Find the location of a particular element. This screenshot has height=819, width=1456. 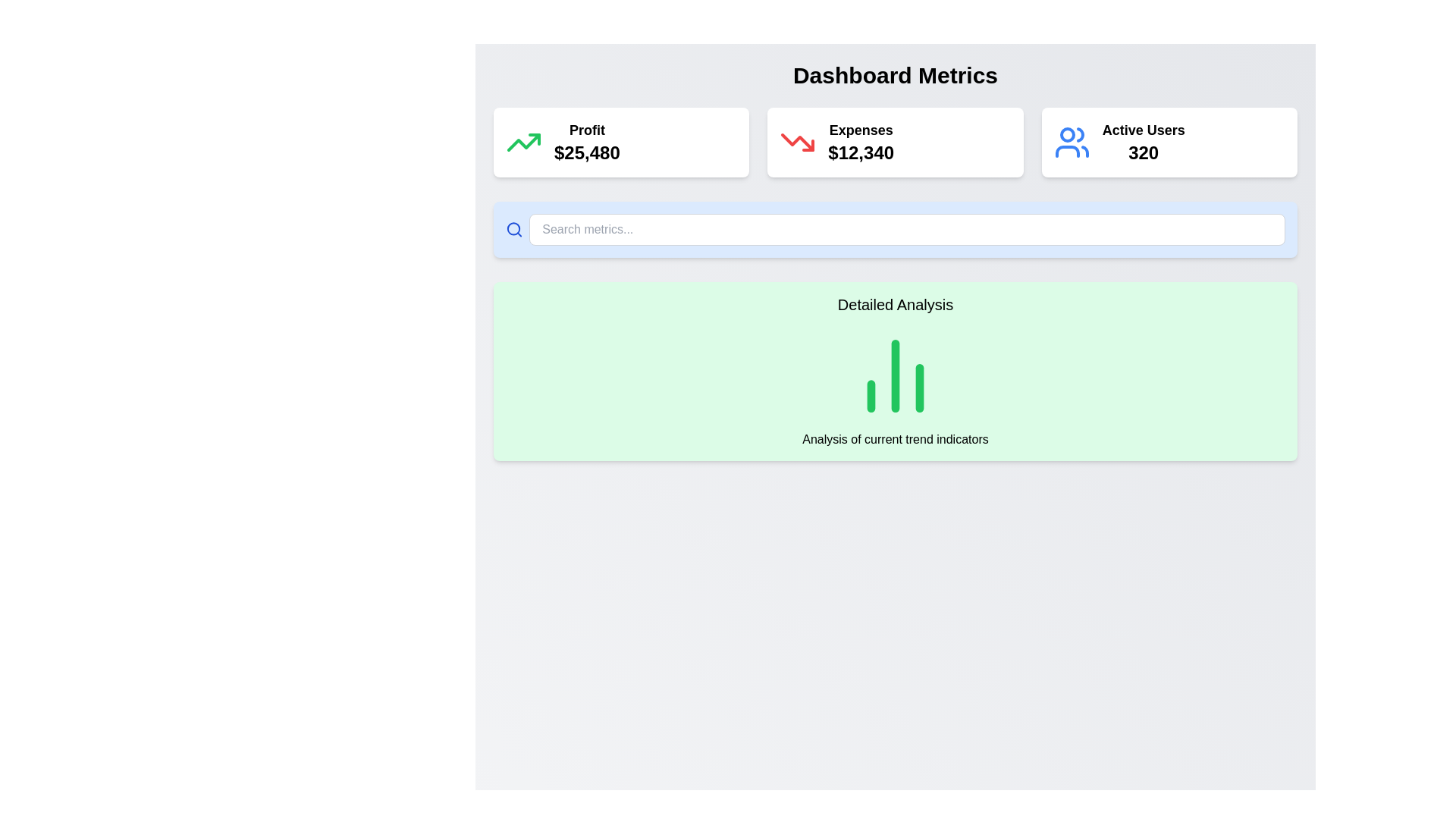

the Informational card displaying the current number of active users in the dashboard interface is located at coordinates (1169, 143).